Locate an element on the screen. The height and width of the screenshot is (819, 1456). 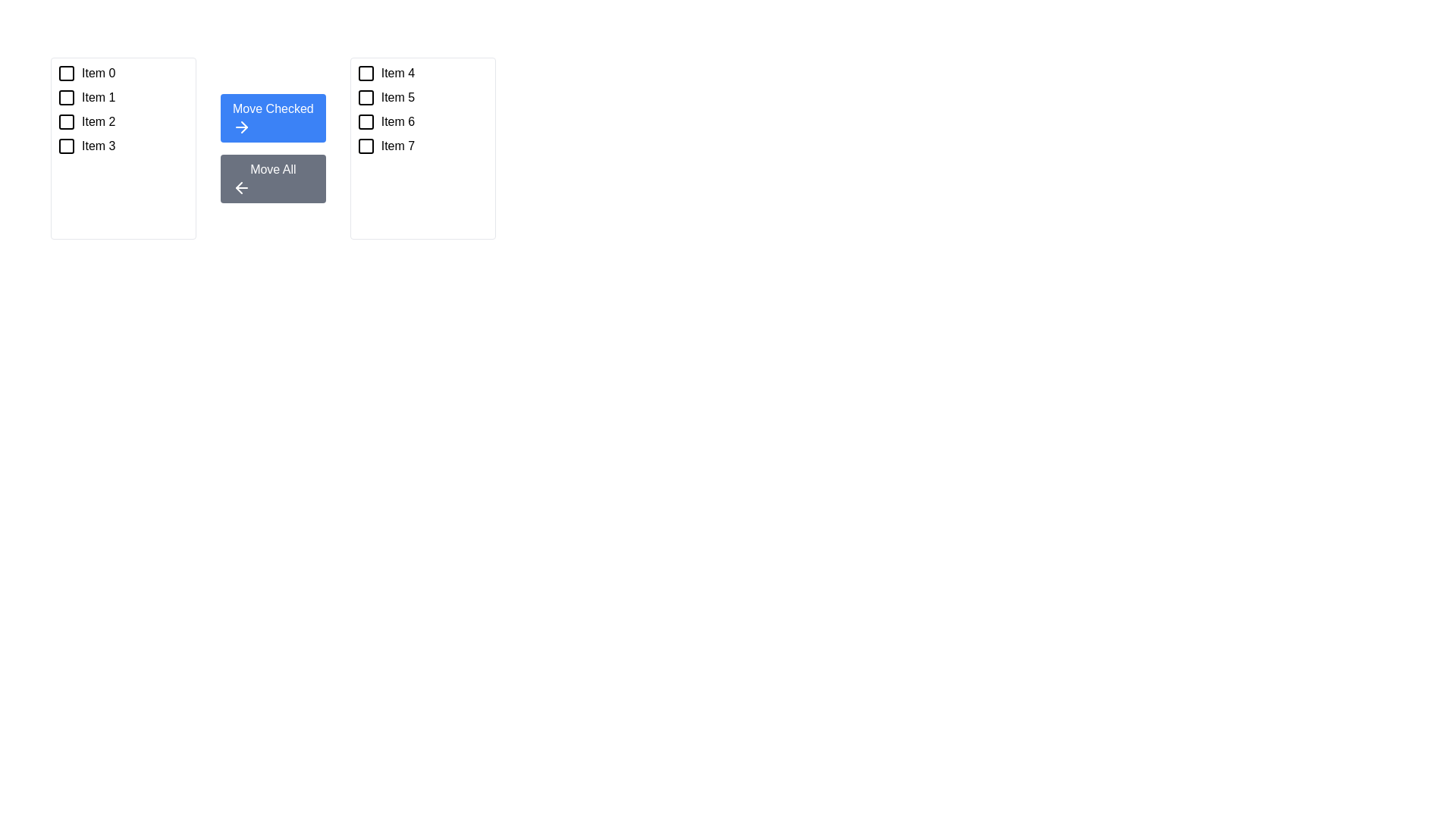
the checkbox next to the list item labeled 'Item 3' is located at coordinates (124, 146).